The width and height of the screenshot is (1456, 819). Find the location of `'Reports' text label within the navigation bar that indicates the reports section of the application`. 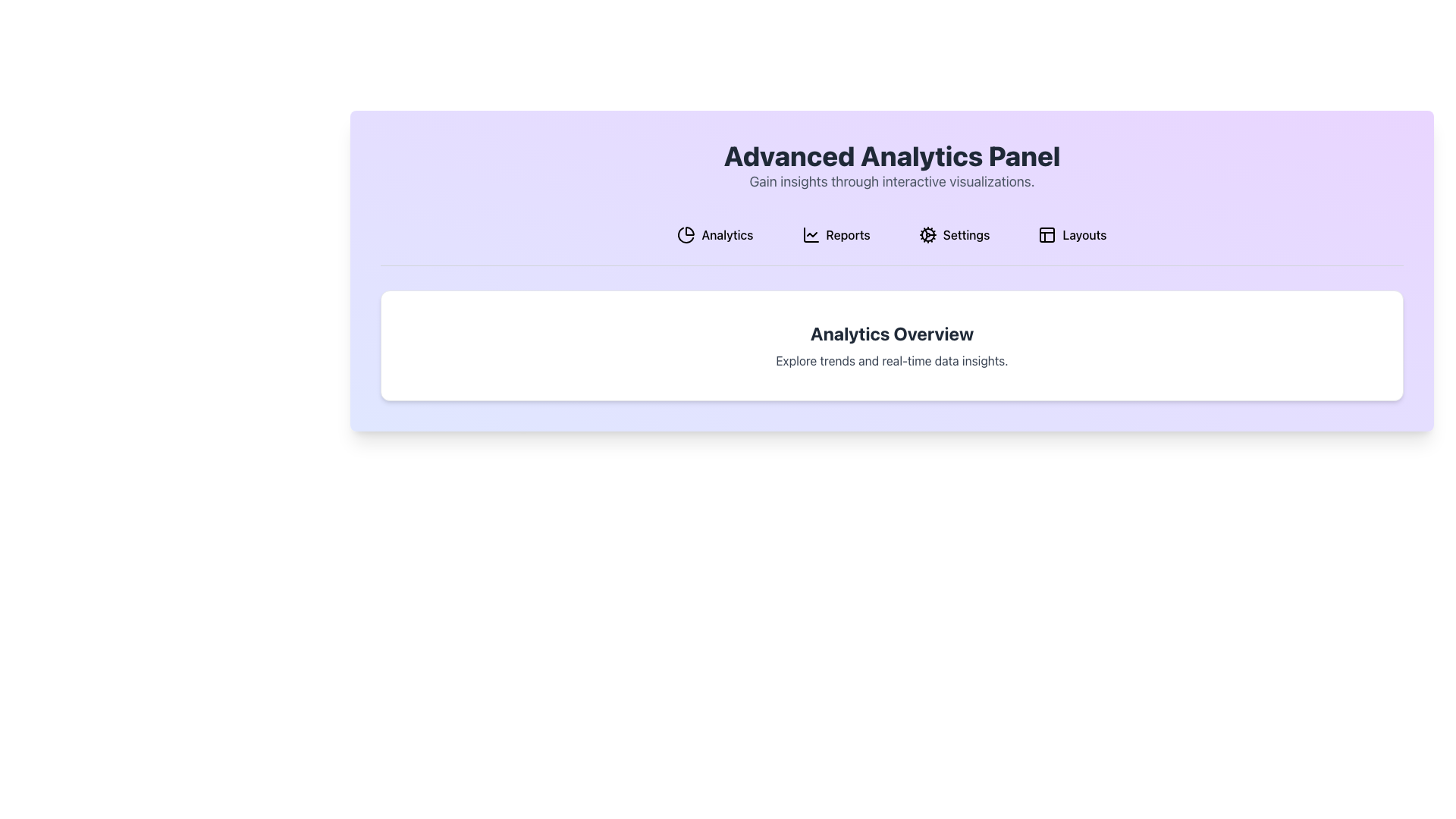

'Reports' text label within the navigation bar that indicates the reports section of the application is located at coordinates (847, 234).